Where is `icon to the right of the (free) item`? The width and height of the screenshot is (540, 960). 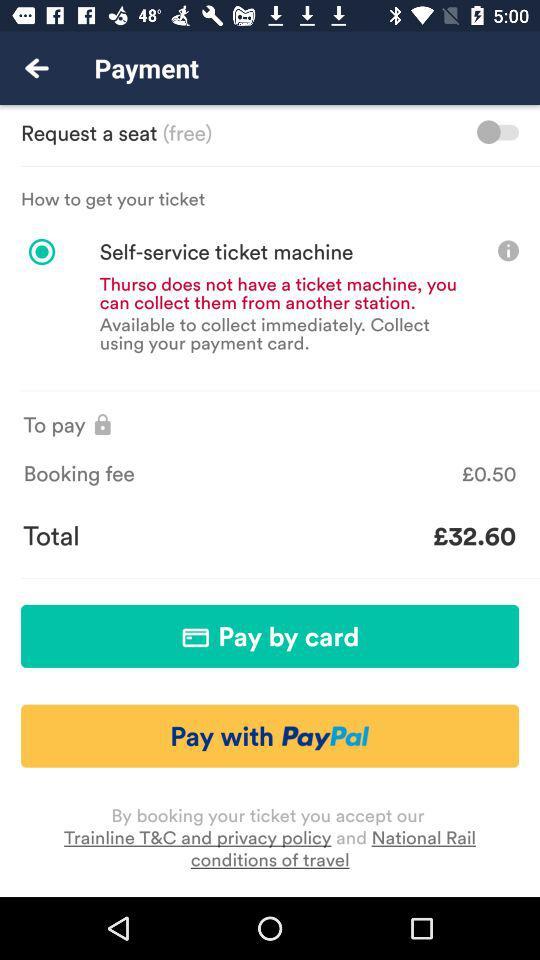
icon to the right of the (free) item is located at coordinates (496, 131).